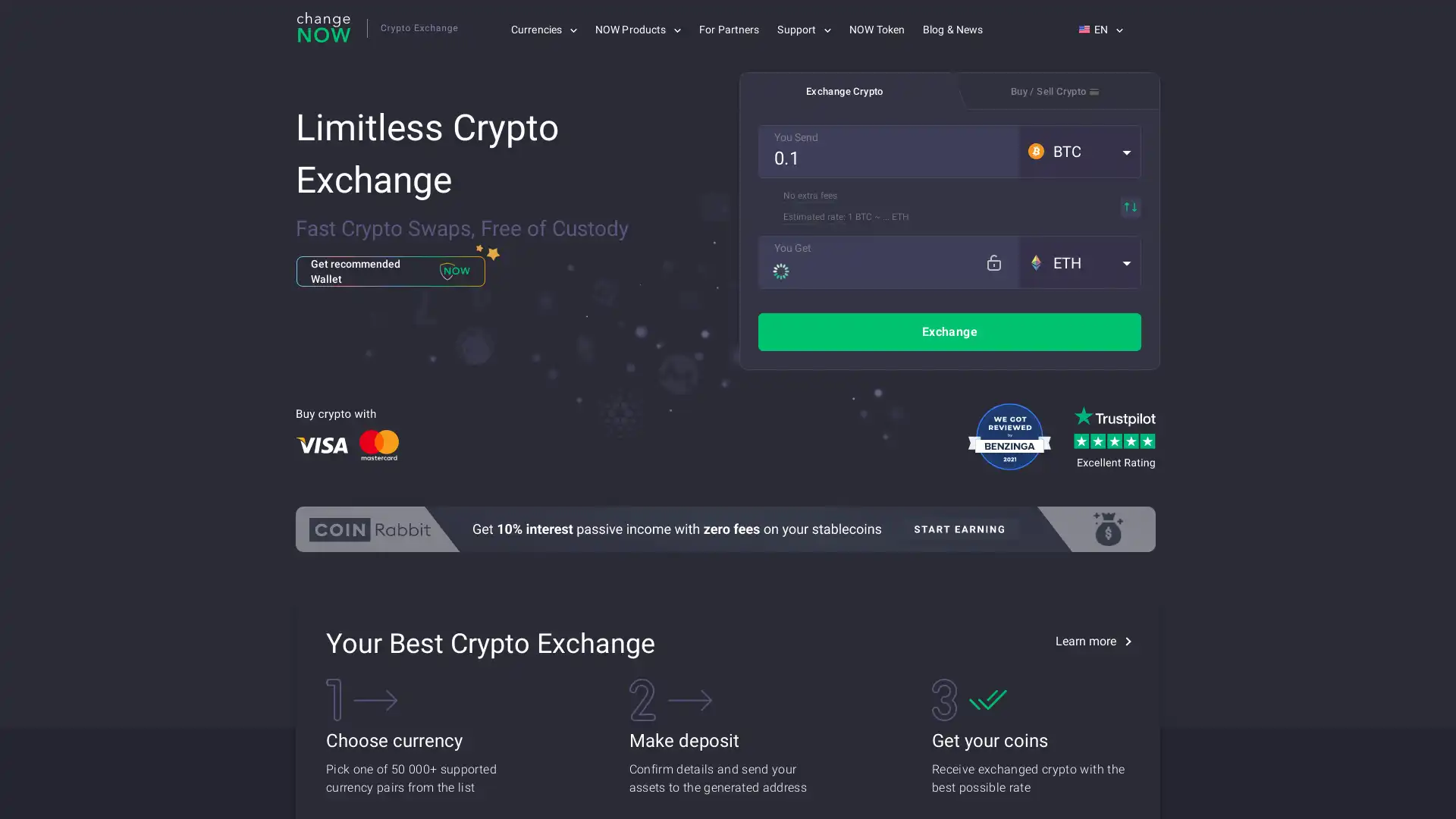 The height and width of the screenshot is (819, 1456). I want to click on Exchange, so click(949, 331).